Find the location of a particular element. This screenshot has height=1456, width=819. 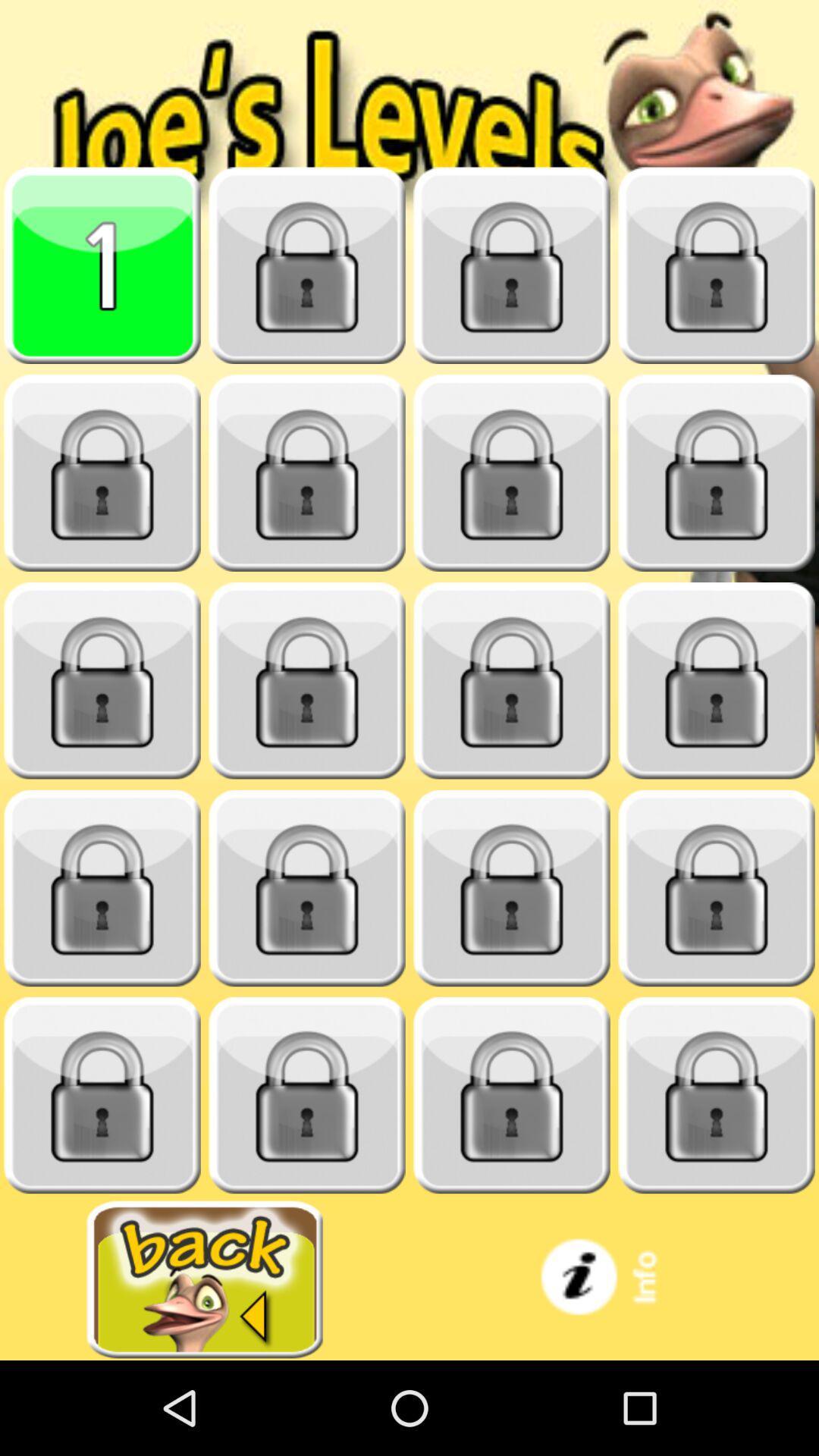

unlock level 16 is located at coordinates (717, 888).